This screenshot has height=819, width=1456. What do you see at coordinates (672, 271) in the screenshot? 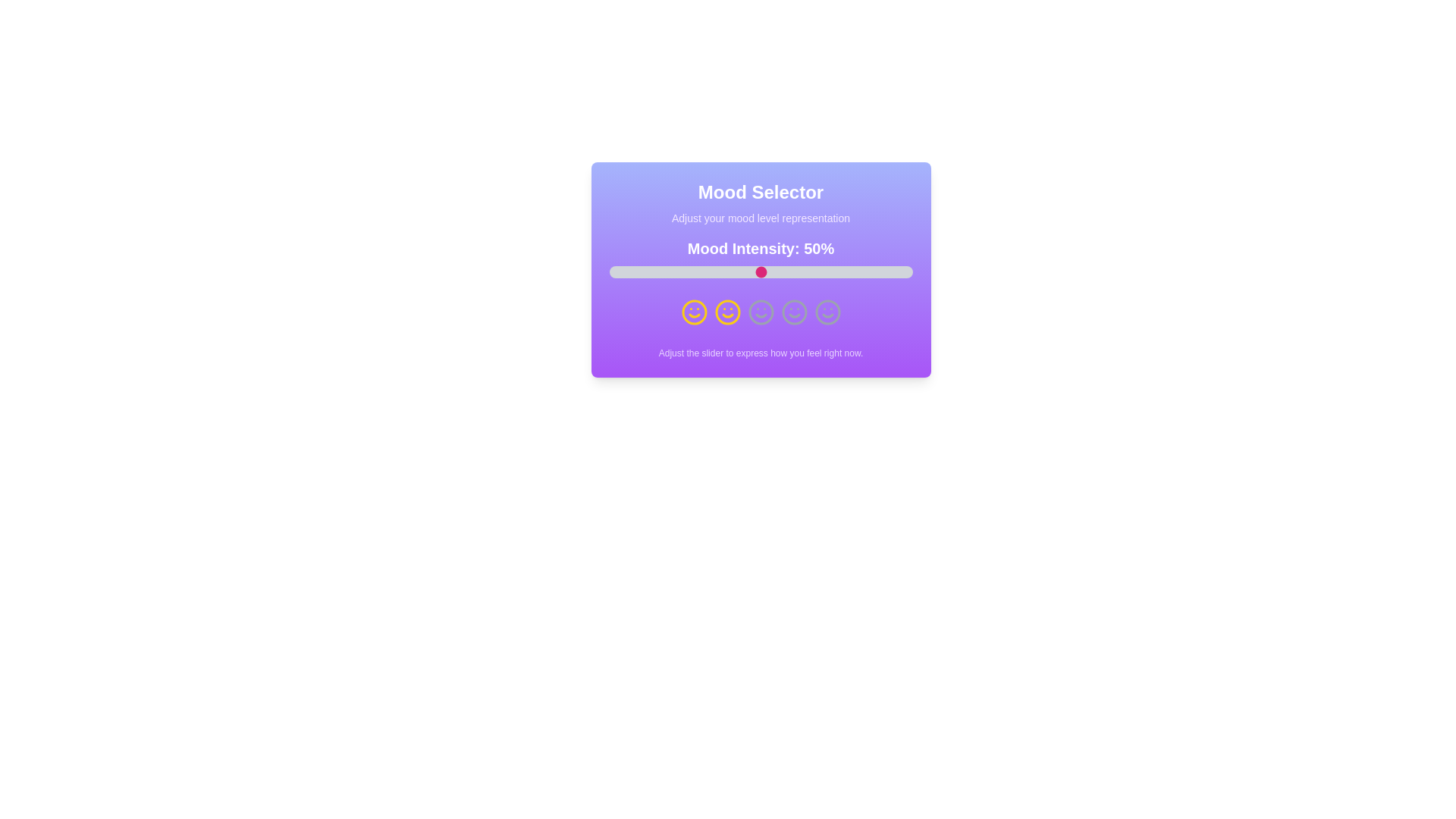
I see `the slider to set mood intensity to 21%` at bounding box center [672, 271].